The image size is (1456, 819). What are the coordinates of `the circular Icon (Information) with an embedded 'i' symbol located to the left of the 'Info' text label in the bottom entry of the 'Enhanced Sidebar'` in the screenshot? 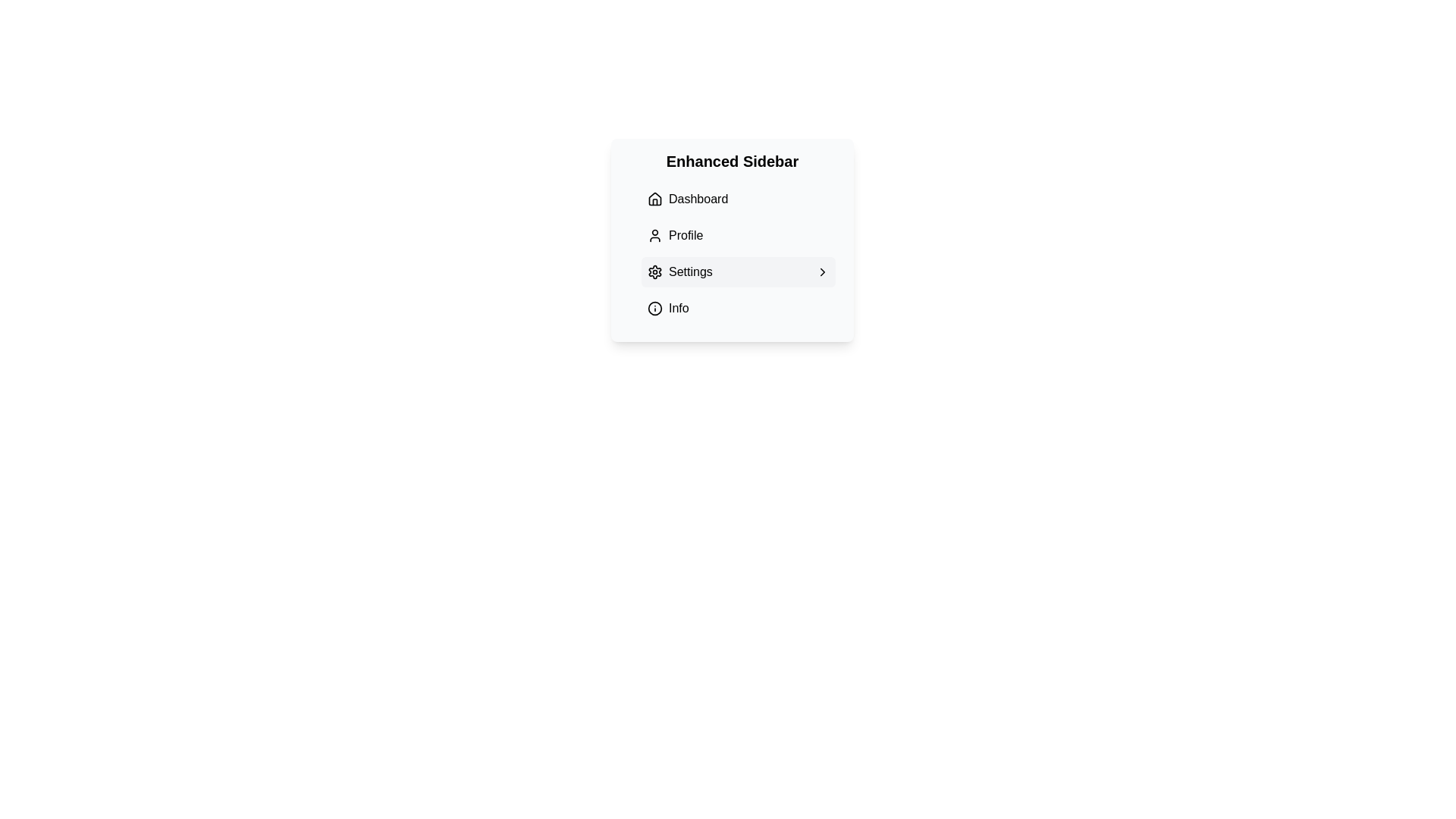 It's located at (655, 308).